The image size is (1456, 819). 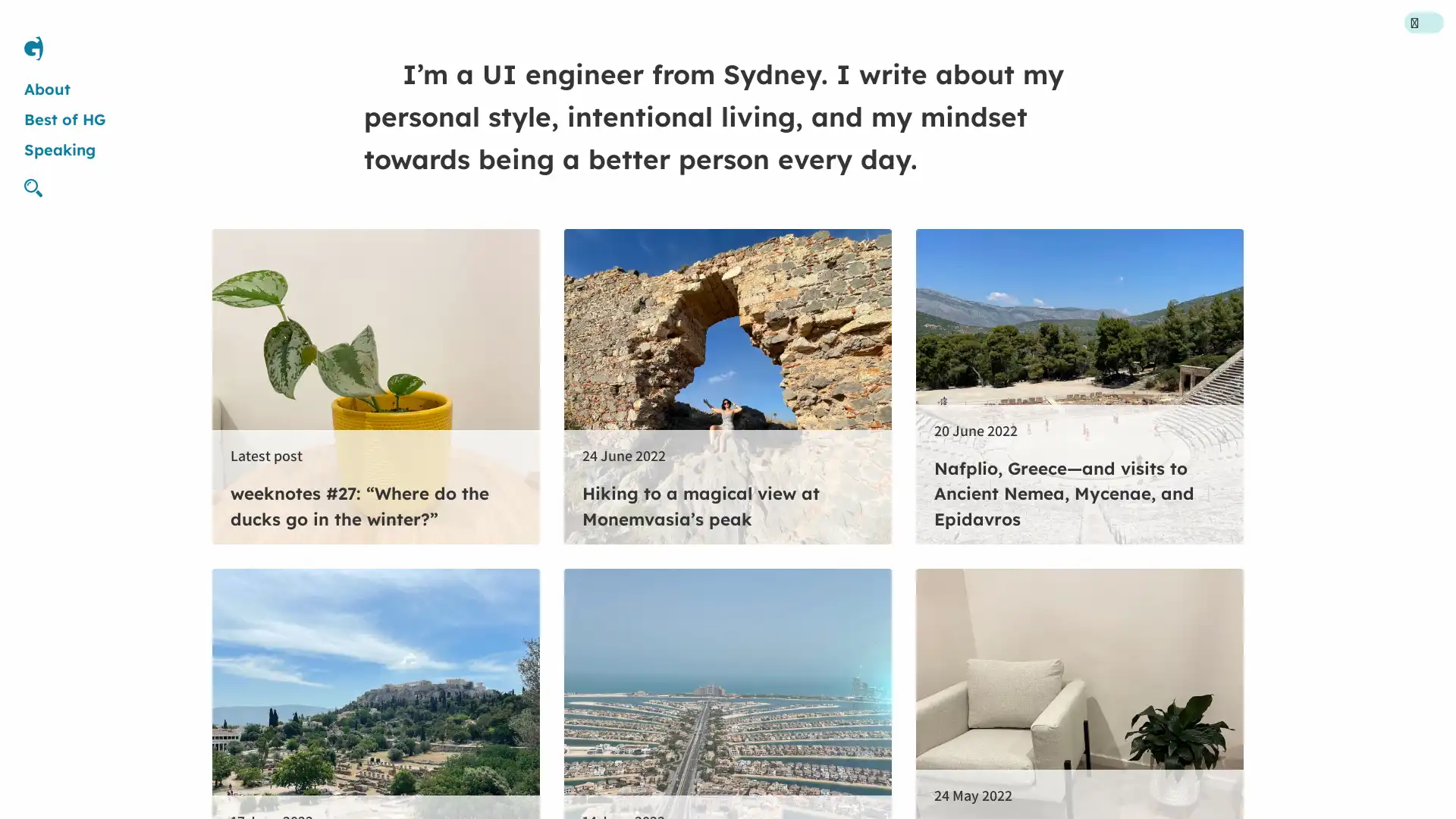 What do you see at coordinates (39, 187) in the screenshot?
I see `Search form trigger` at bounding box center [39, 187].